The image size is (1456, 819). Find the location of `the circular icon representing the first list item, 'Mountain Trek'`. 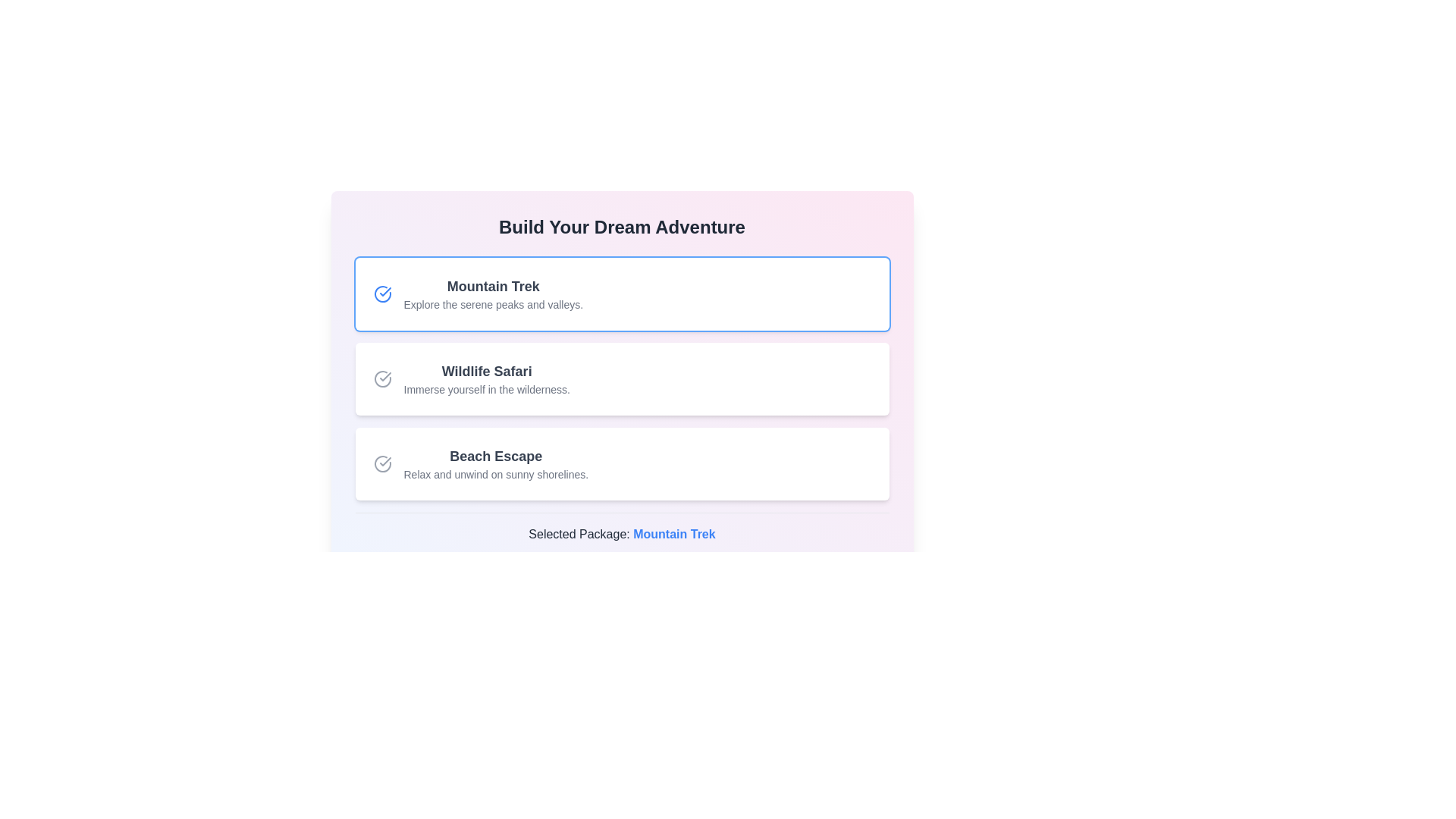

the circular icon representing the first list item, 'Mountain Trek' is located at coordinates (382, 294).